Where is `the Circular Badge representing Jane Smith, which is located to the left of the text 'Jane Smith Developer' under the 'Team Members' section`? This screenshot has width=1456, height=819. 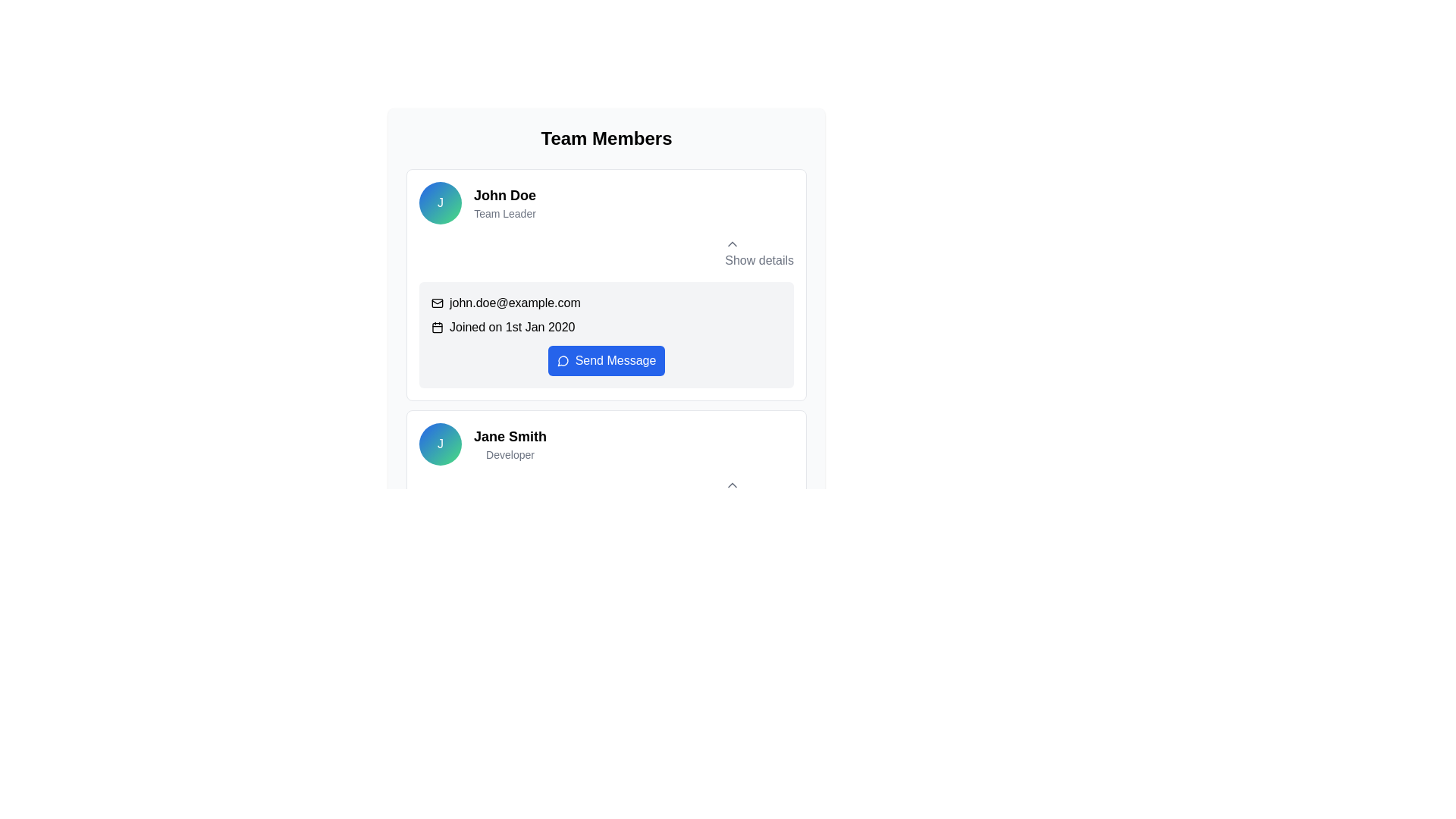
the Circular Badge representing Jane Smith, which is located to the left of the text 'Jane Smith Developer' under the 'Team Members' section is located at coordinates (439, 444).